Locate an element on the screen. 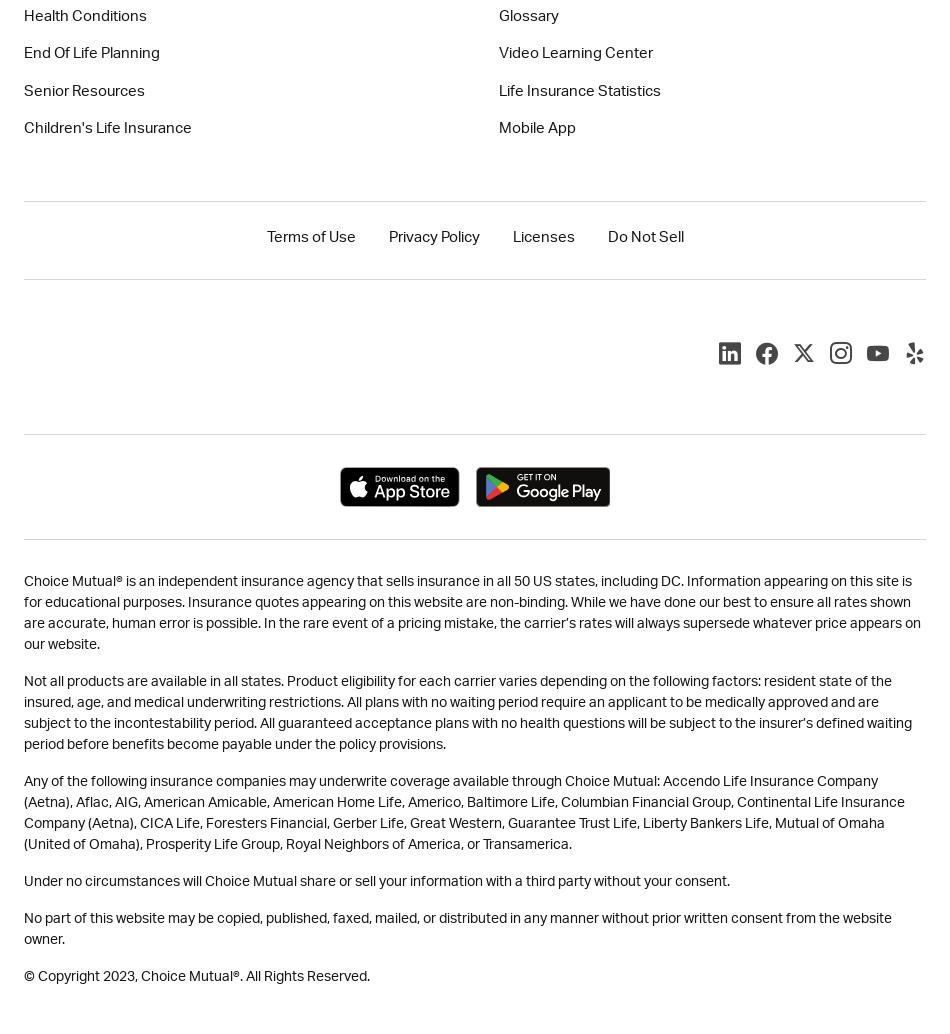 The height and width of the screenshot is (1034, 950). 'Do Not Sell' is located at coordinates (606, 237).